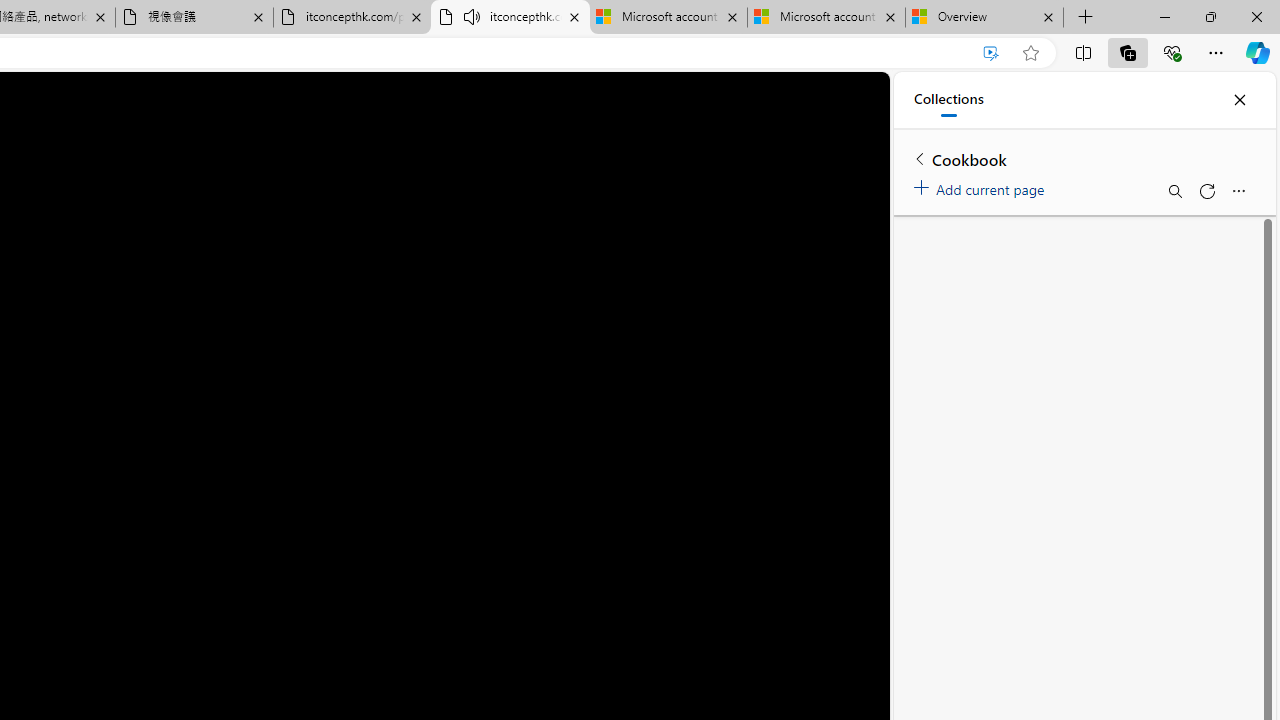 The image size is (1280, 720). Describe the element at coordinates (919, 158) in the screenshot. I see `'Back to list of collections'` at that location.